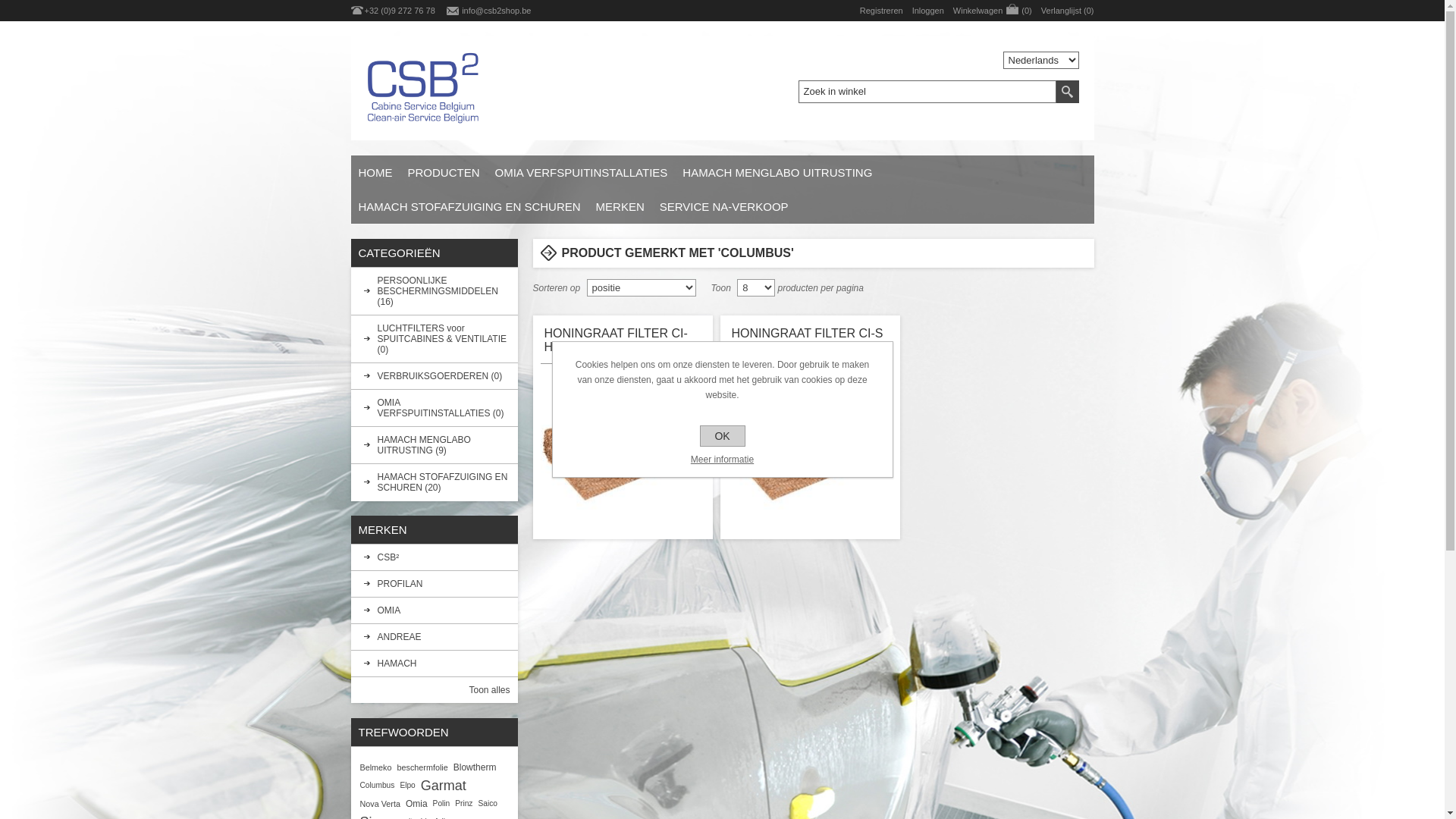 This screenshot has width=1456, height=819. What do you see at coordinates (375, 171) in the screenshot?
I see `'HOME'` at bounding box center [375, 171].